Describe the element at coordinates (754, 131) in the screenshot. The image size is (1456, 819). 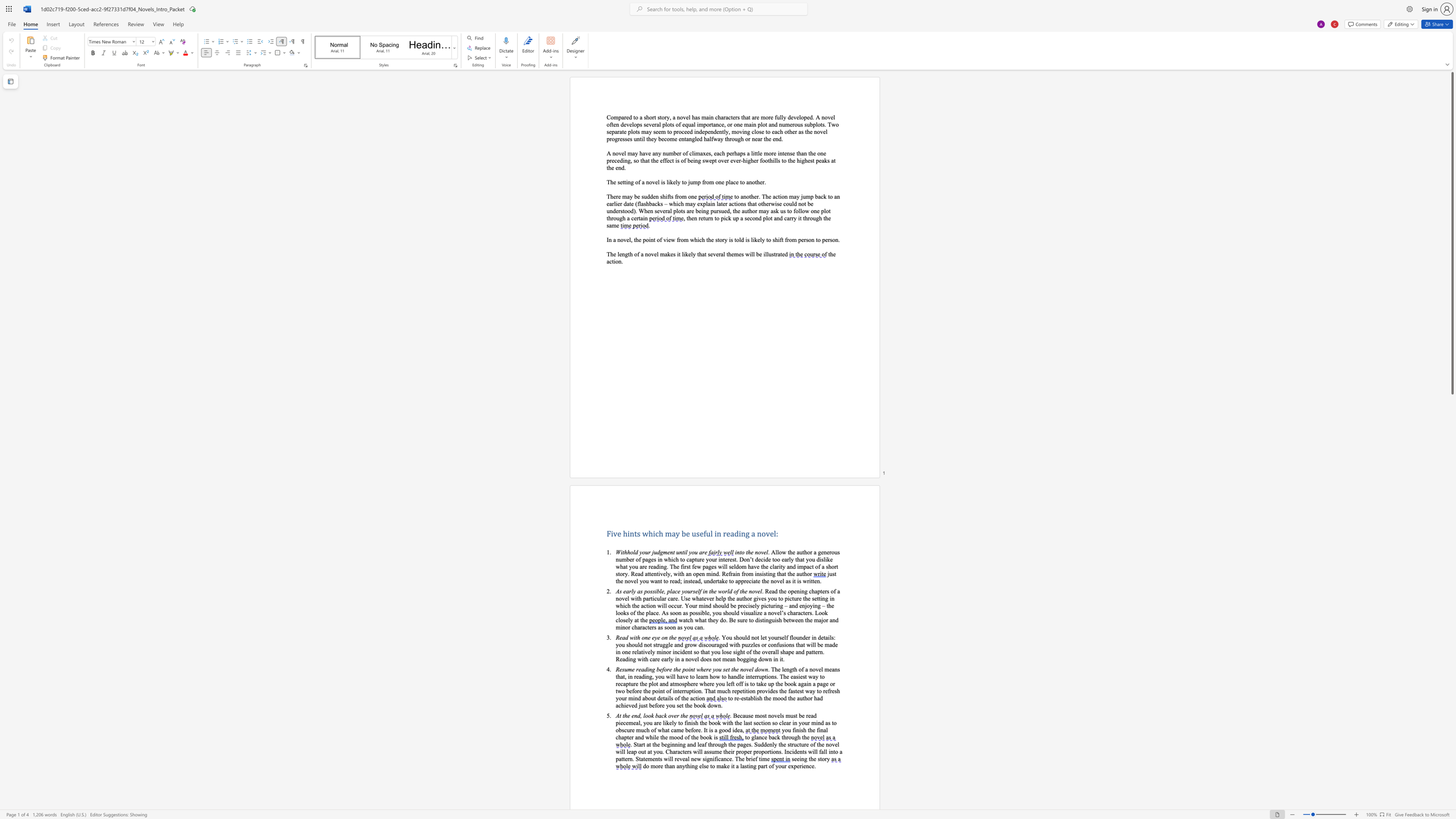
I see `the space between the continuous character "c" and "l" in the text` at that location.